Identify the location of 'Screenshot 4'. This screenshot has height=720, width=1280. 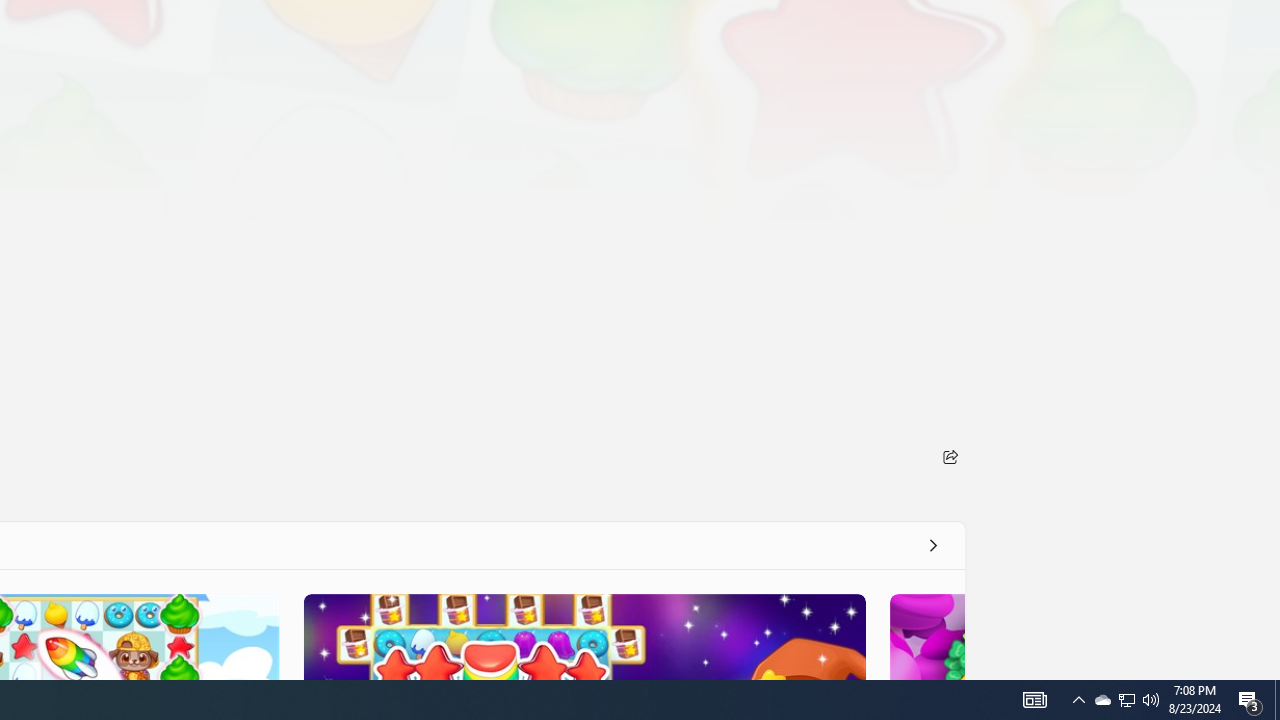
(925, 636).